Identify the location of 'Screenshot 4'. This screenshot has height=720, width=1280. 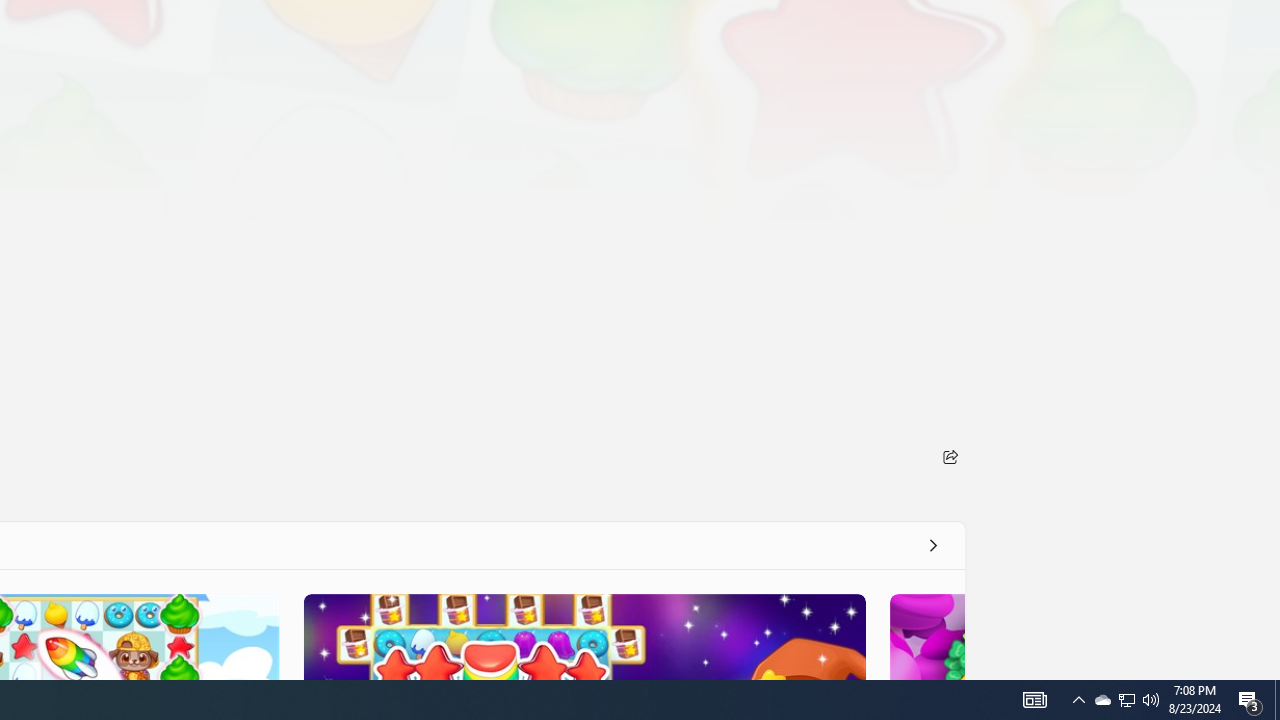
(925, 636).